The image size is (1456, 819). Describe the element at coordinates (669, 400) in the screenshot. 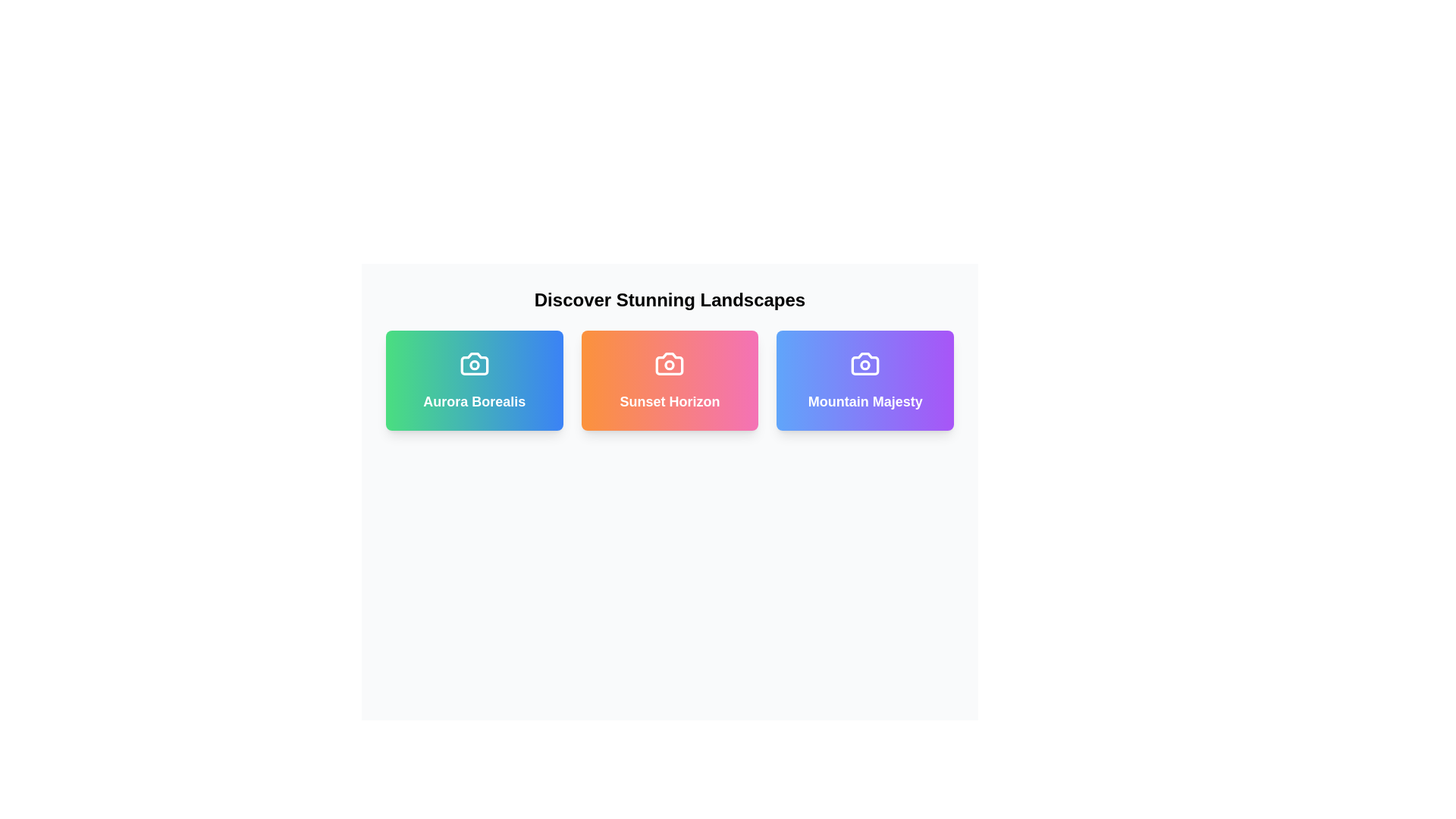

I see `the text label indicating 'Sunset Horizon', which is located below a camera icon in the central box of the three-column layout` at that location.